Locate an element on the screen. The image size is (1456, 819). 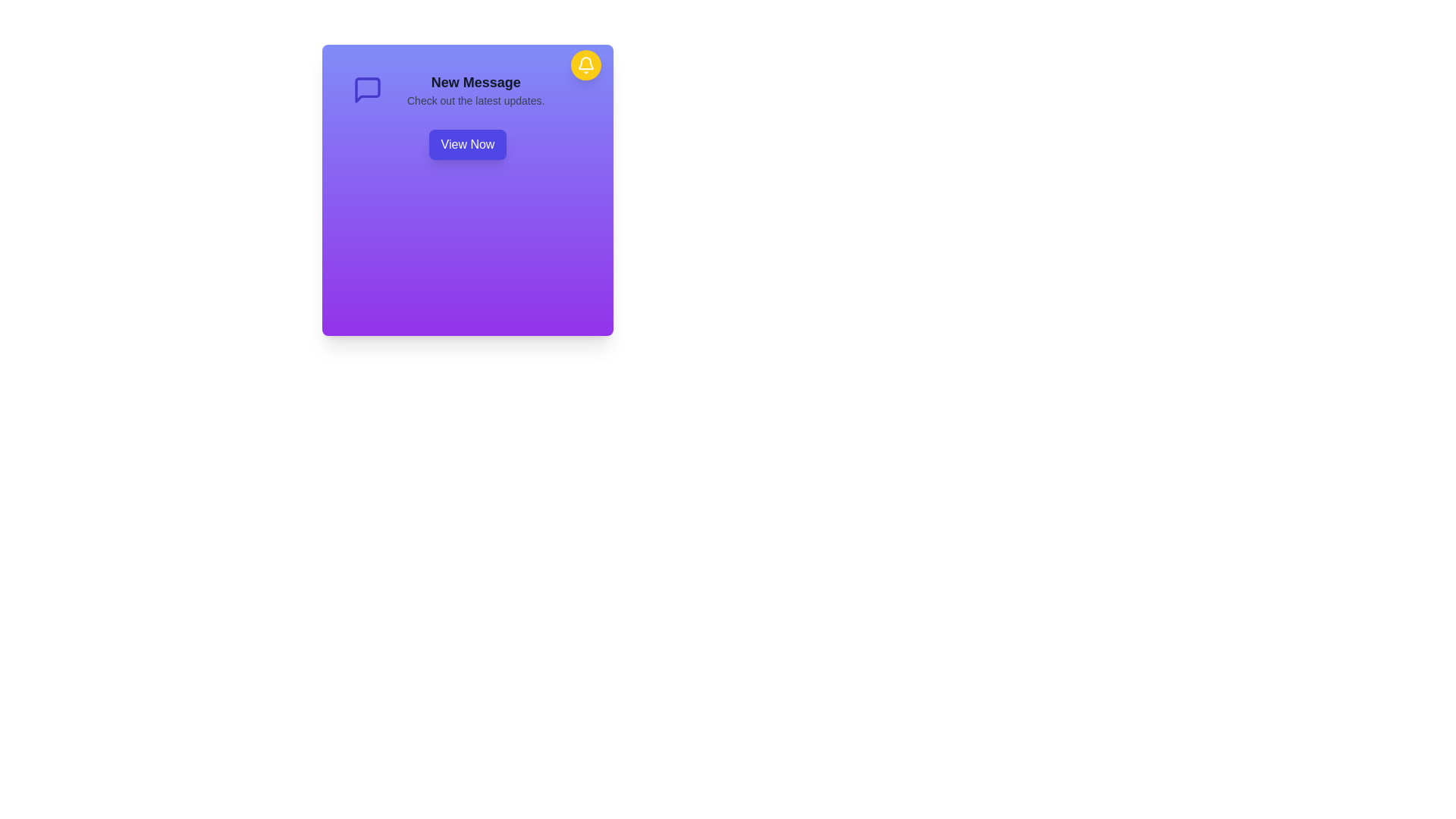
the call-to-action button located beneath the 'New Message' and 'Check out the latest updates.' text to observe hover effects is located at coordinates (467, 145).